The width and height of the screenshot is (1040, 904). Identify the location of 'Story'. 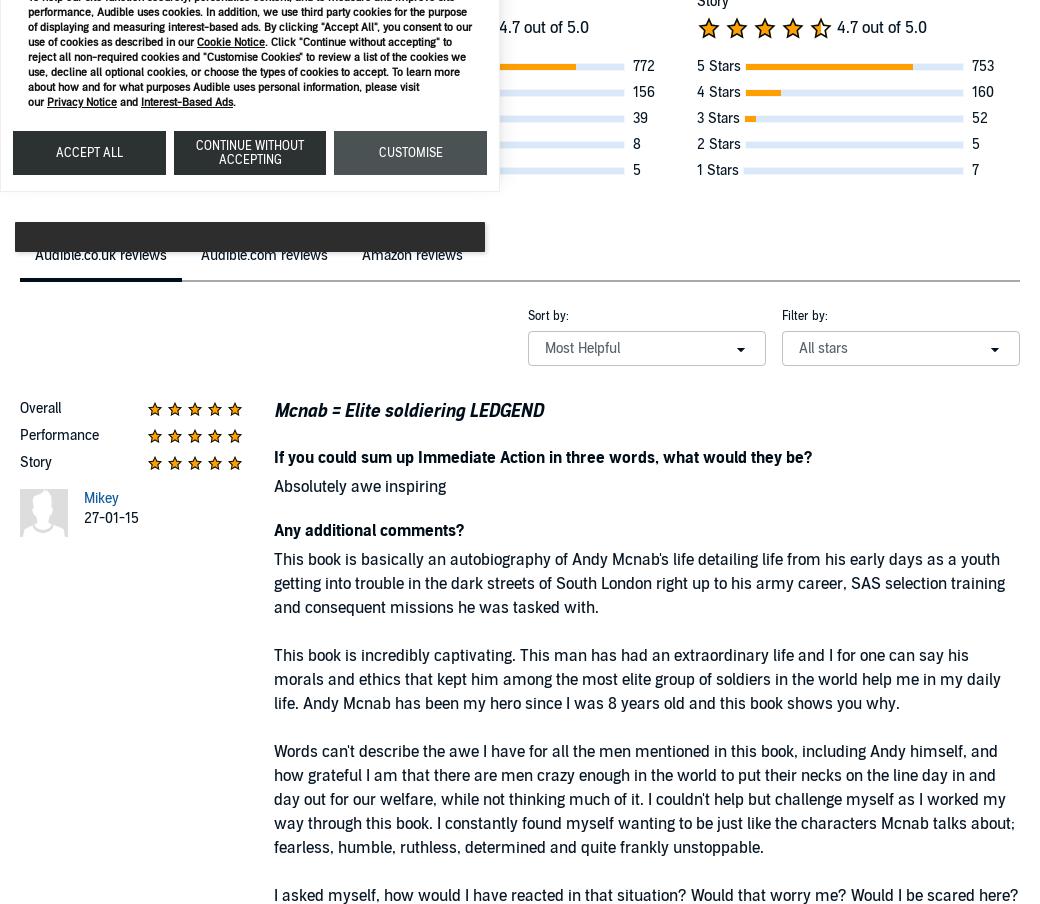
(34, 461).